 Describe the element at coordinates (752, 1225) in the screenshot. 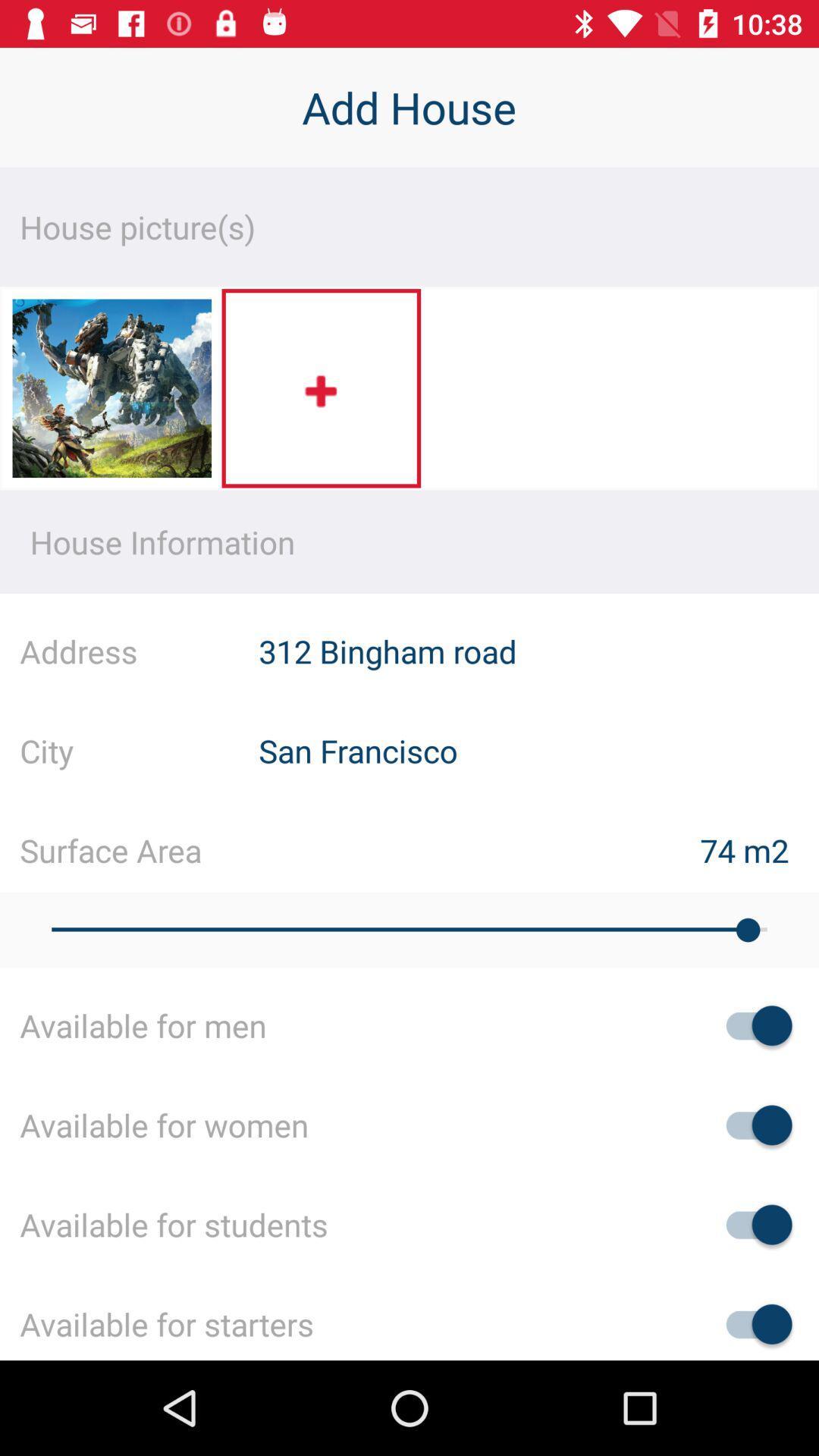

I see `available for students on` at that location.